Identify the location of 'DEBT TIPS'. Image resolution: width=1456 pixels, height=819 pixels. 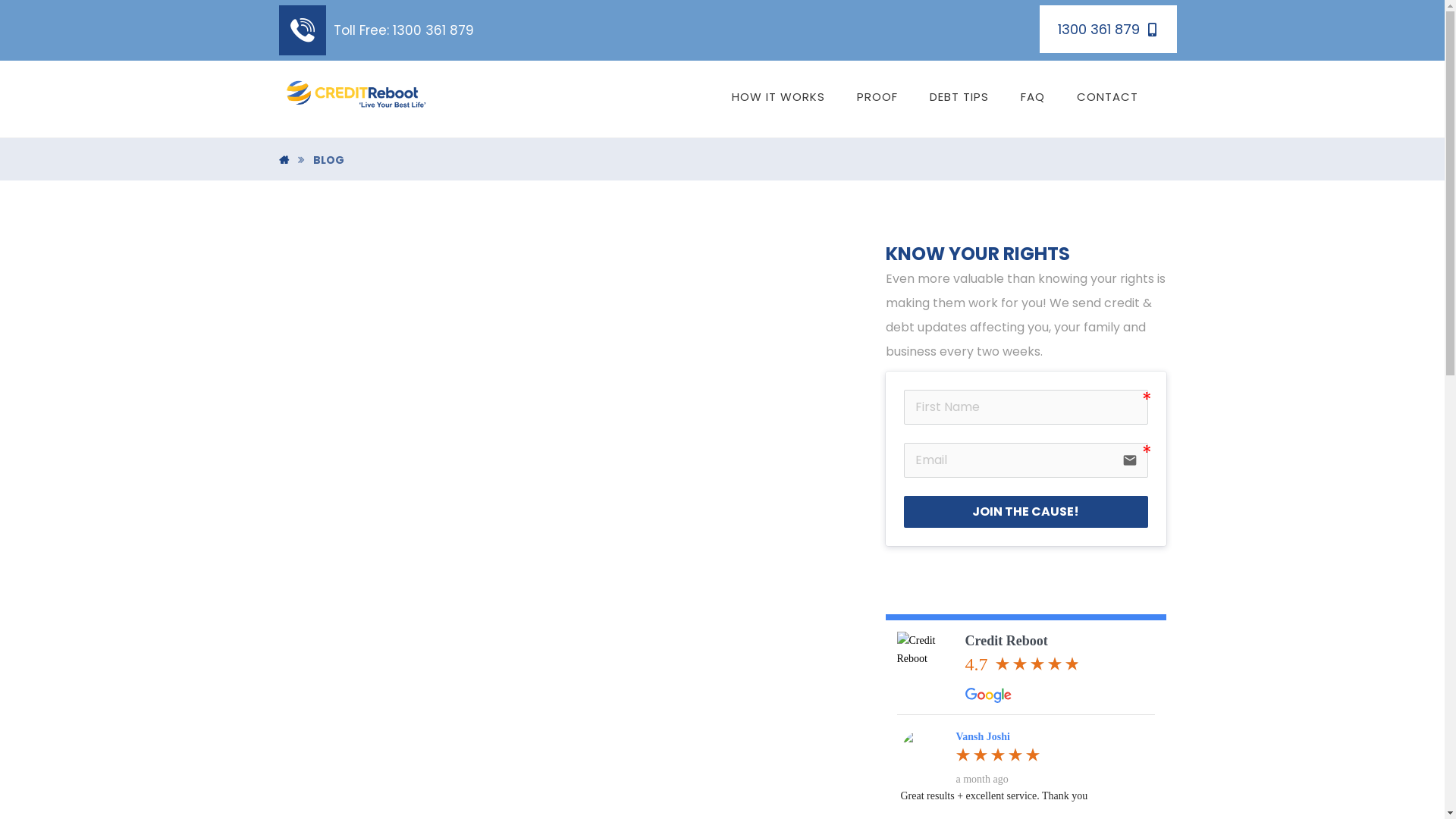
(959, 96).